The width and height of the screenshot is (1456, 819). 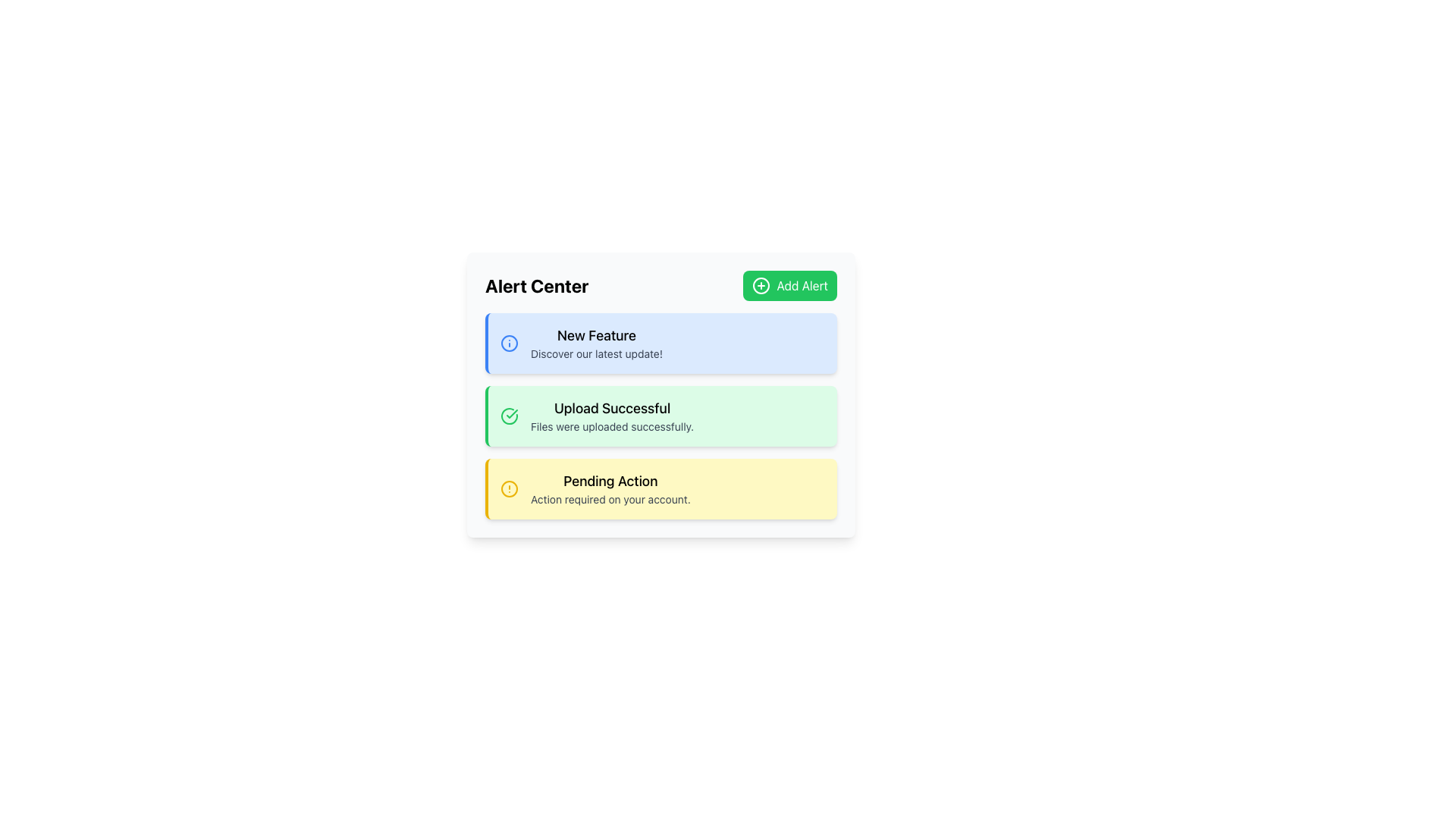 What do you see at coordinates (661, 343) in the screenshot?
I see `the first Notification Card in the 'Alert Center' section, which provides information about newly introduced features` at bounding box center [661, 343].